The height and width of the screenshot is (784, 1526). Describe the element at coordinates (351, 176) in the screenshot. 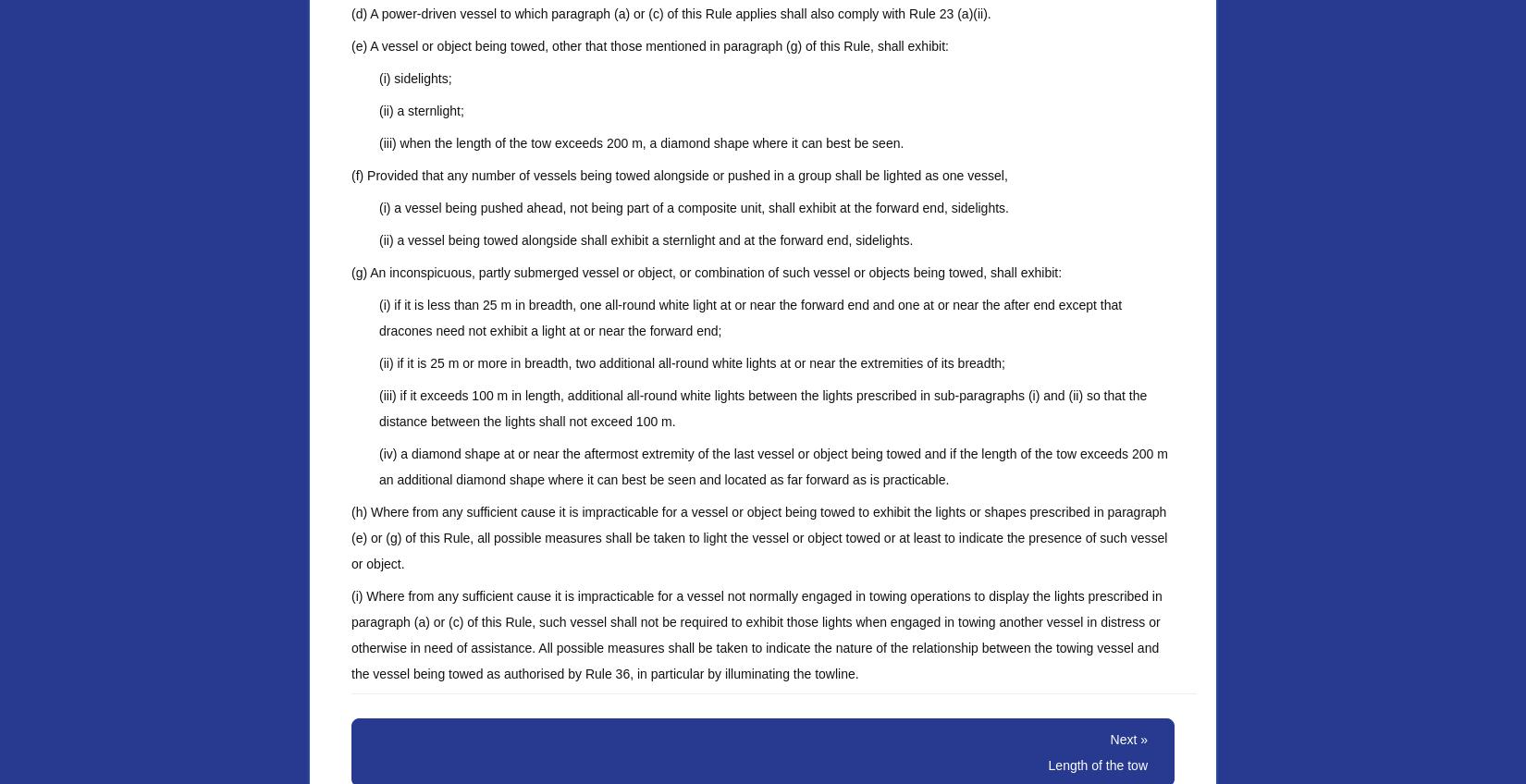

I see `'(f) Provided that any number of vessels being towed alongside or pushed in a group shall be lighted as one vessel,'` at that location.